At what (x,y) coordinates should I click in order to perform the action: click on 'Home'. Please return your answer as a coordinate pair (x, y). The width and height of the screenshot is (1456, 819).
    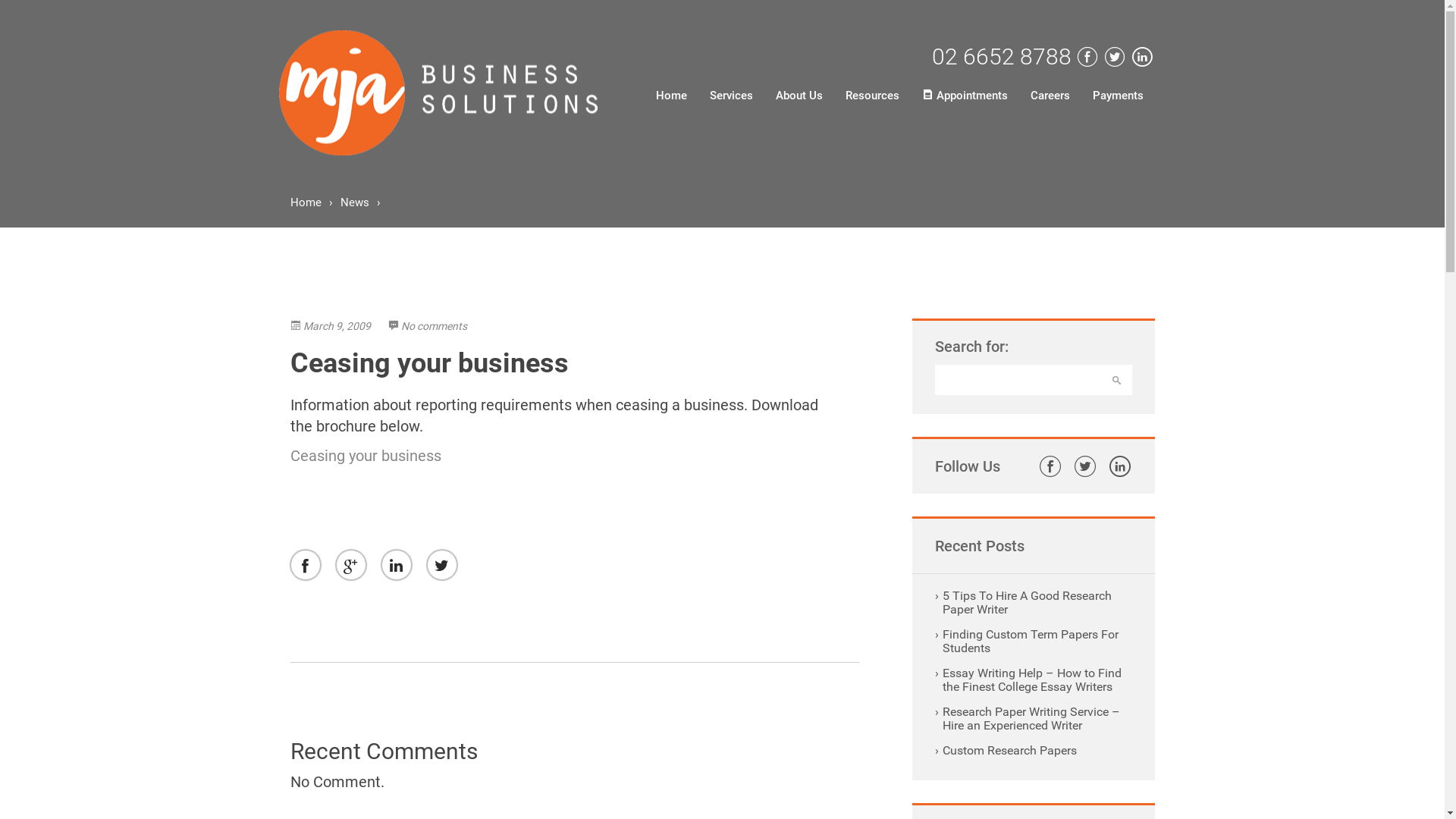
    Looking at the image, I should click on (670, 96).